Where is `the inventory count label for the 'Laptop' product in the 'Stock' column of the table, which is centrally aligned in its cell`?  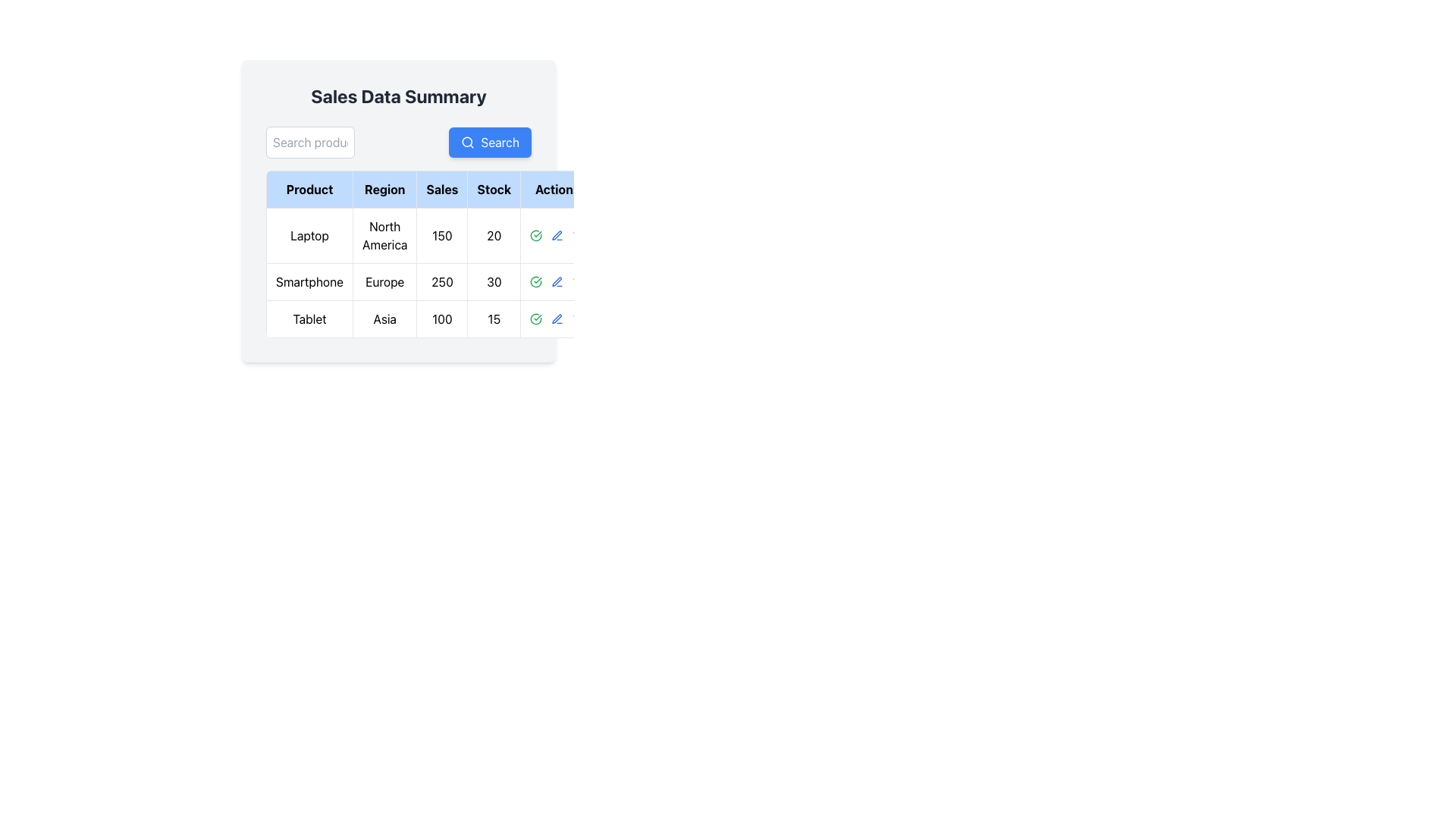
the inventory count label for the 'Laptop' product in the 'Stock' column of the table, which is centrally aligned in its cell is located at coordinates (494, 236).